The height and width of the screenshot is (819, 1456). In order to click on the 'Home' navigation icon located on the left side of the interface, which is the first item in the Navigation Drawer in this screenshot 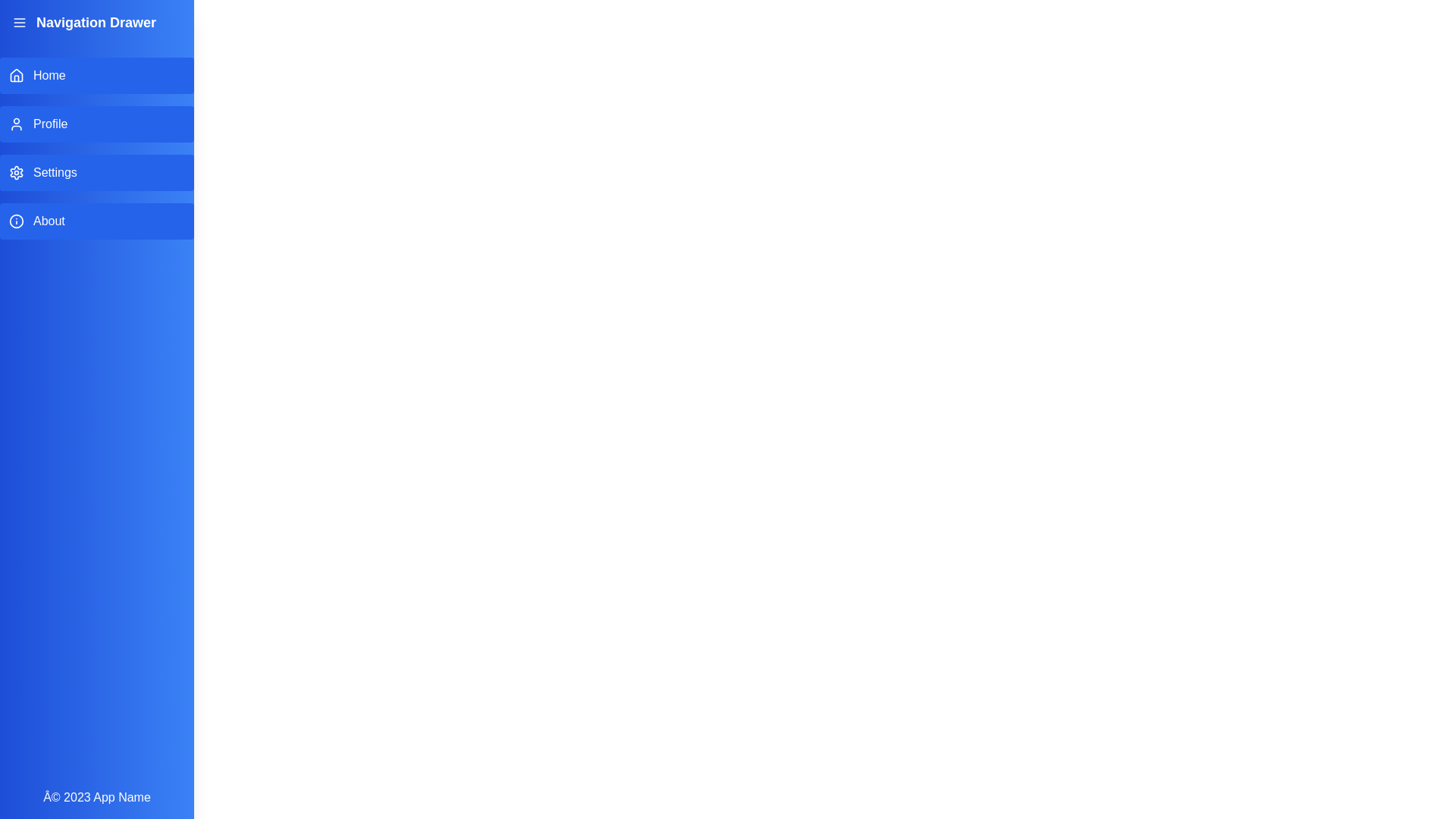, I will do `click(17, 76)`.